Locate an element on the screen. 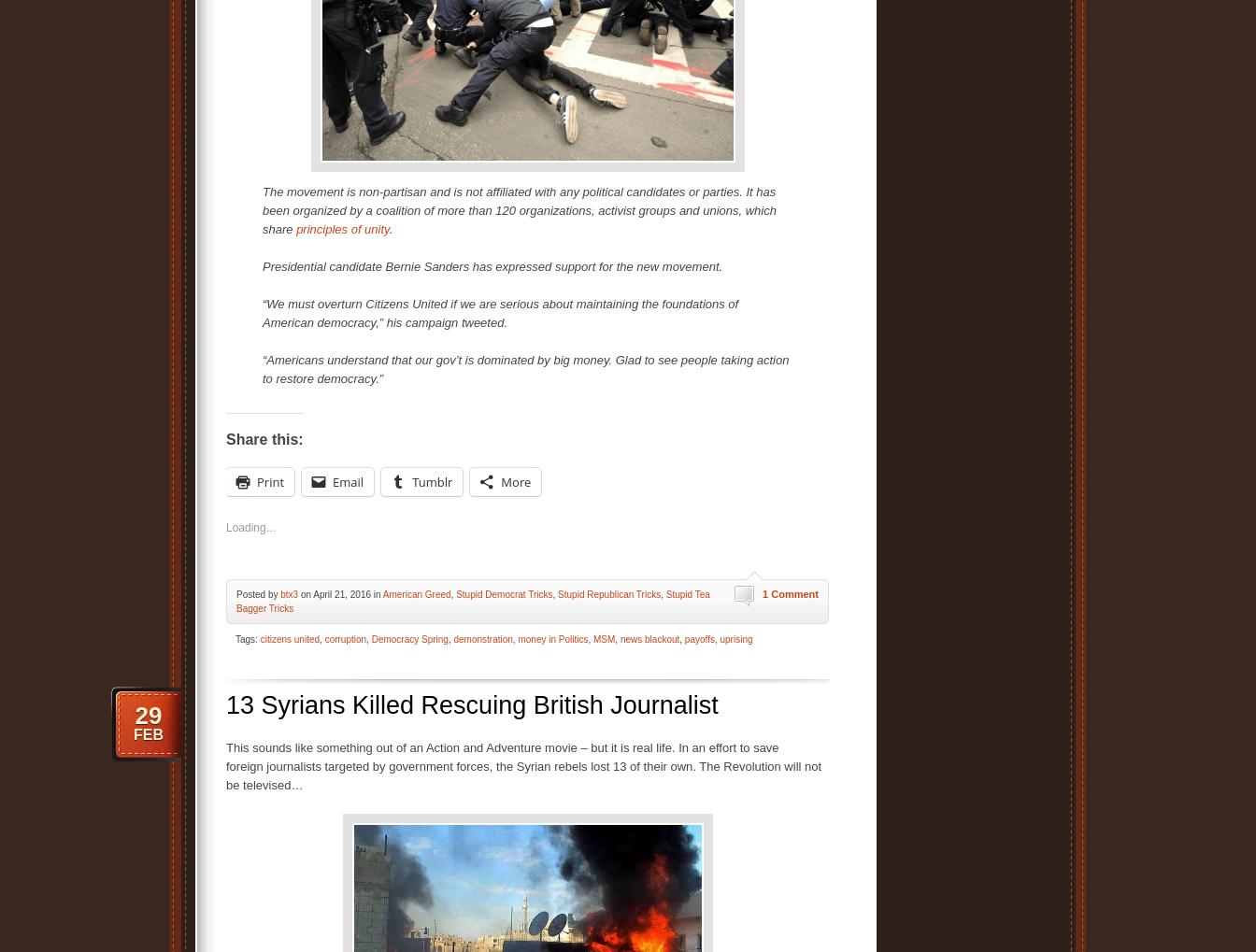  'The movement is non-partisan and is not affiliated with any political candidates or parties. It has been organized by a coalition of more than 120 organizations, activist groups and unions, which share' is located at coordinates (263, 208).